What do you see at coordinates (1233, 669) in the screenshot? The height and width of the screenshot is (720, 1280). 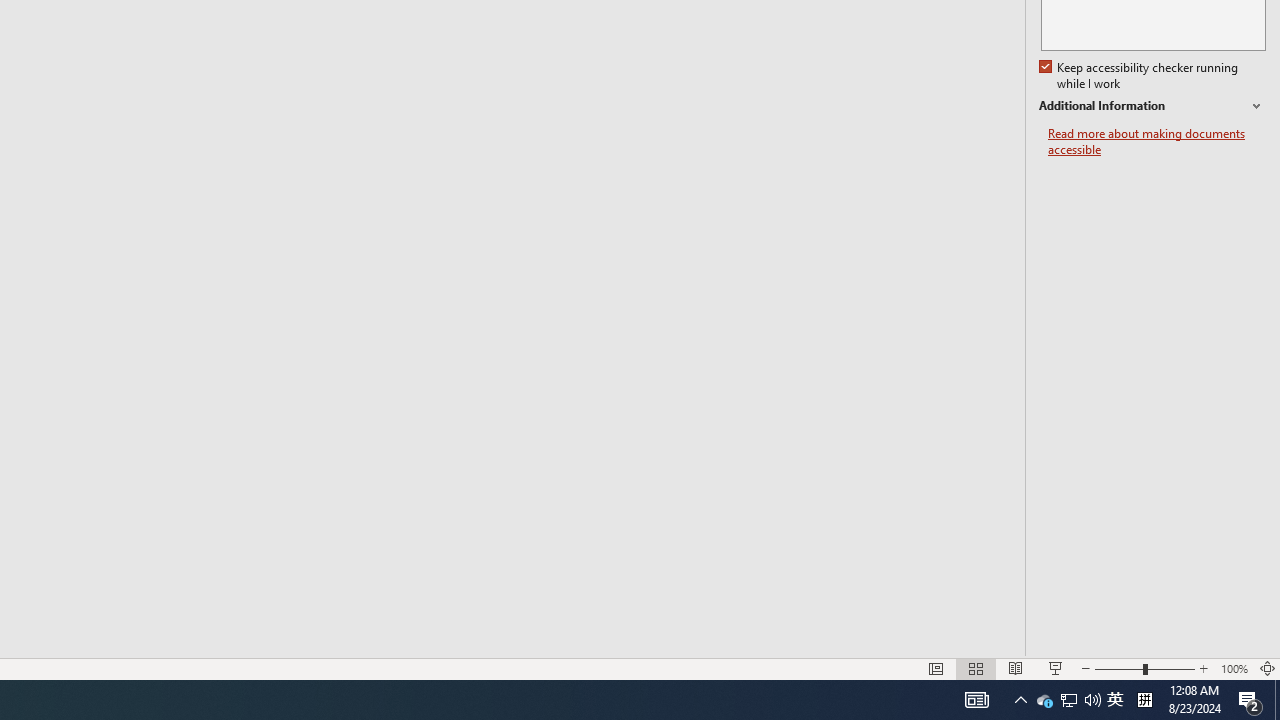 I see `'Zoom 100%'` at bounding box center [1233, 669].